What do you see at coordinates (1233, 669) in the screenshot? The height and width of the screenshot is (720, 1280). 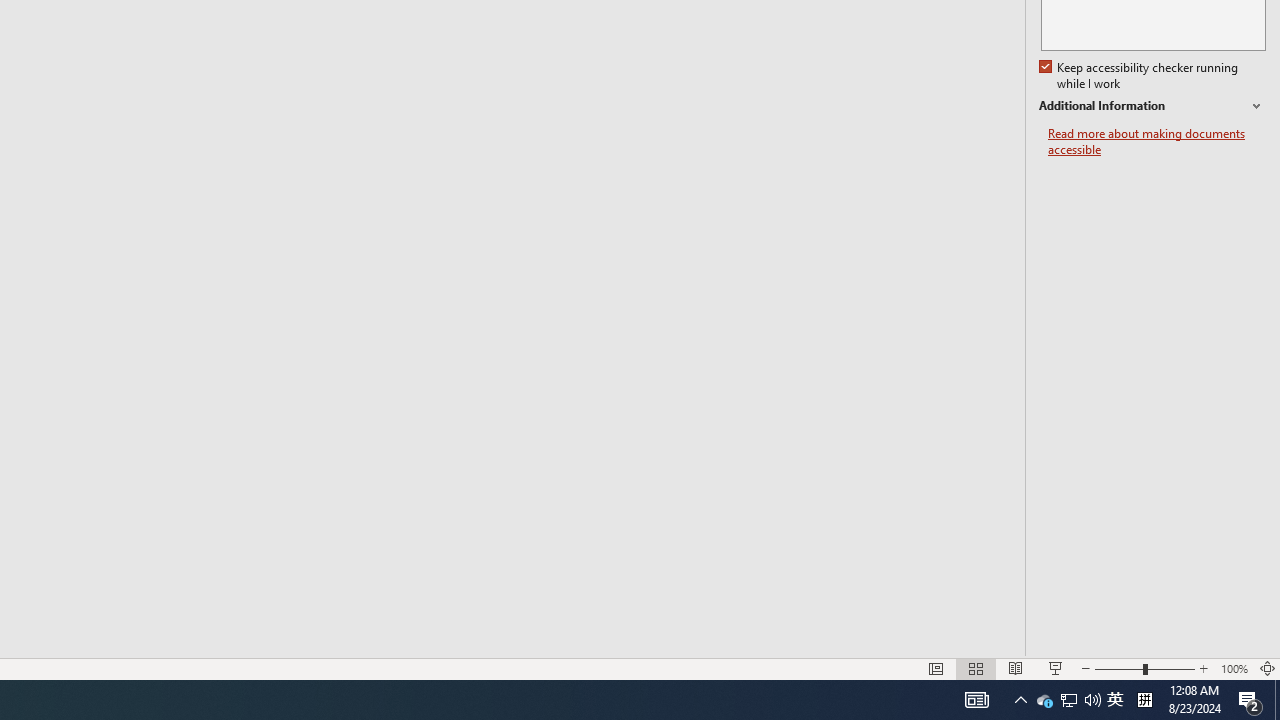 I see `'Zoom 100%'` at bounding box center [1233, 669].